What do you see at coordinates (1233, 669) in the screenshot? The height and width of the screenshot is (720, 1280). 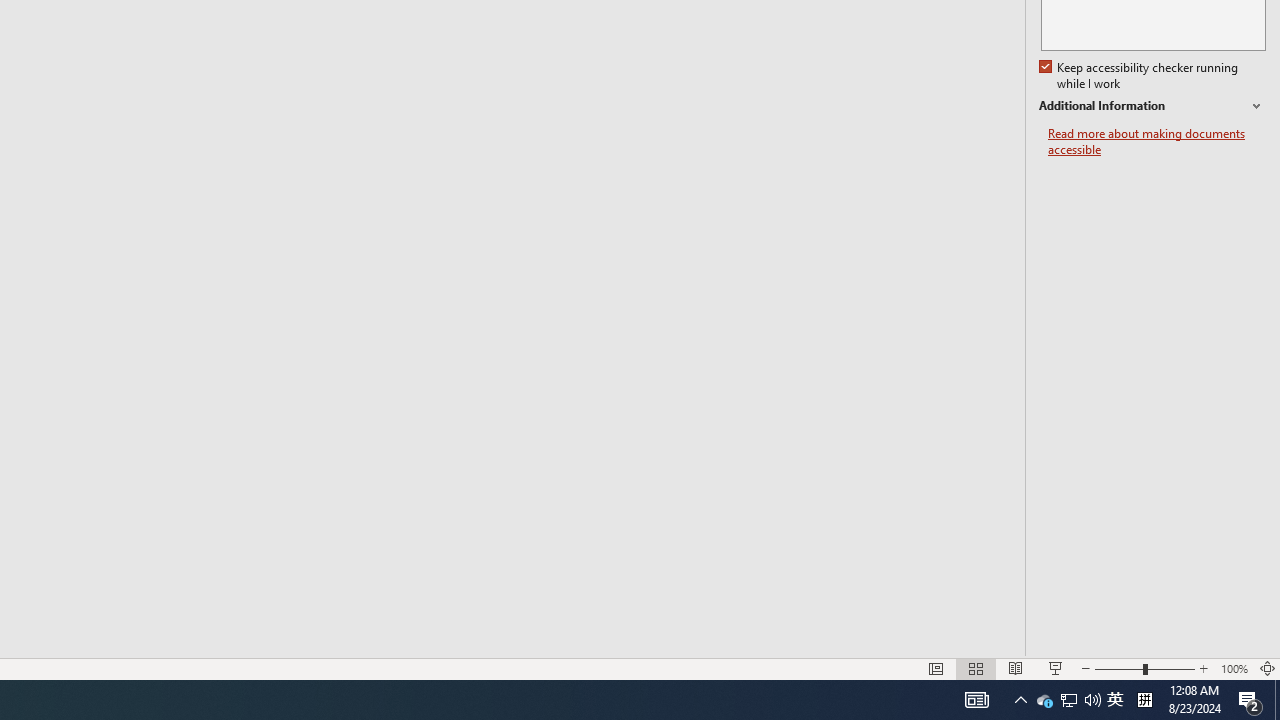 I see `'Zoom 100%'` at bounding box center [1233, 669].